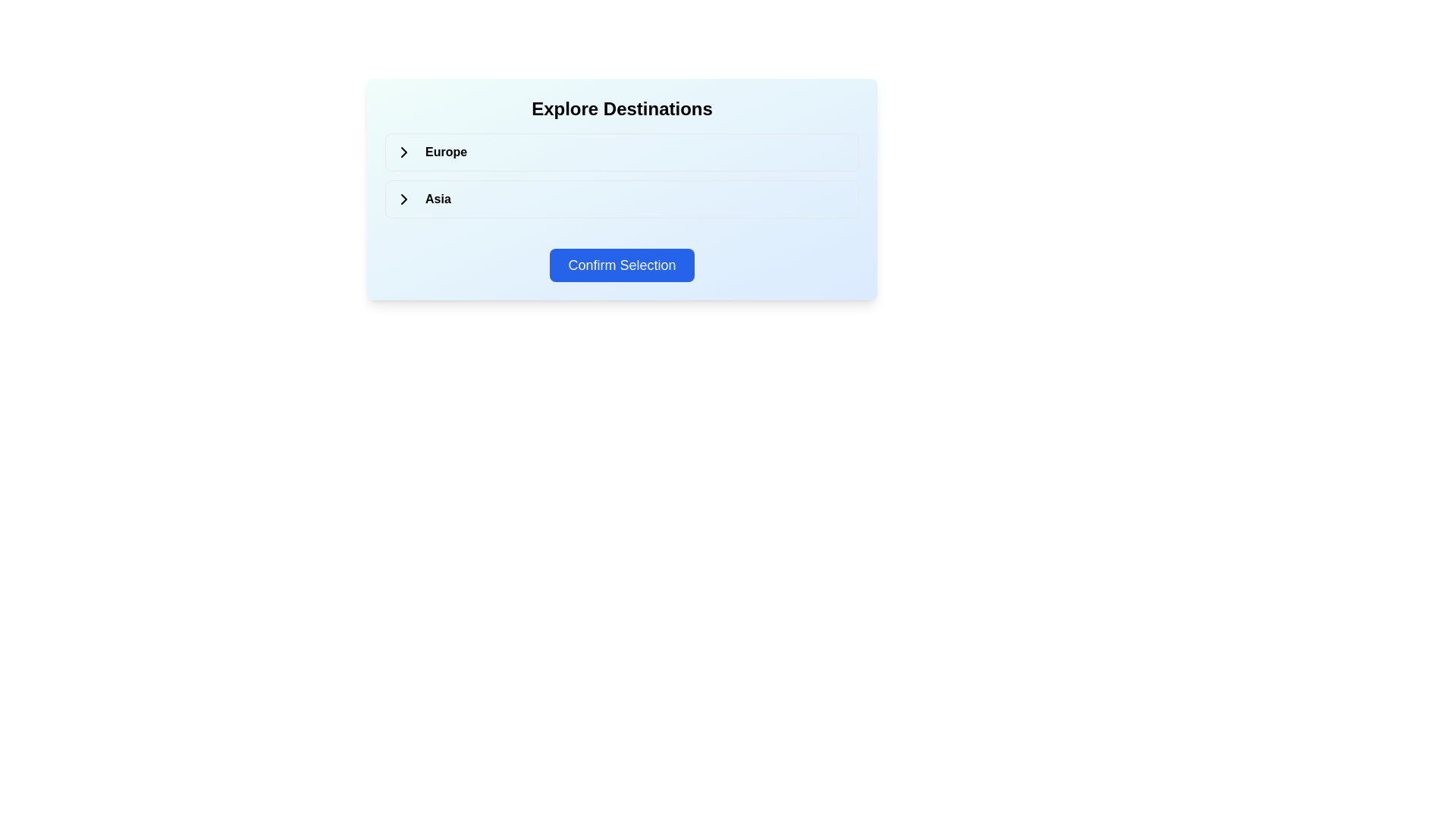 The image size is (1456, 819). Describe the element at coordinates (403, 152) in the screenshot. I see `the navigation icon located in the first row of the 'Explore Destinations' list, to the left of the text 'Europe'` at that location.